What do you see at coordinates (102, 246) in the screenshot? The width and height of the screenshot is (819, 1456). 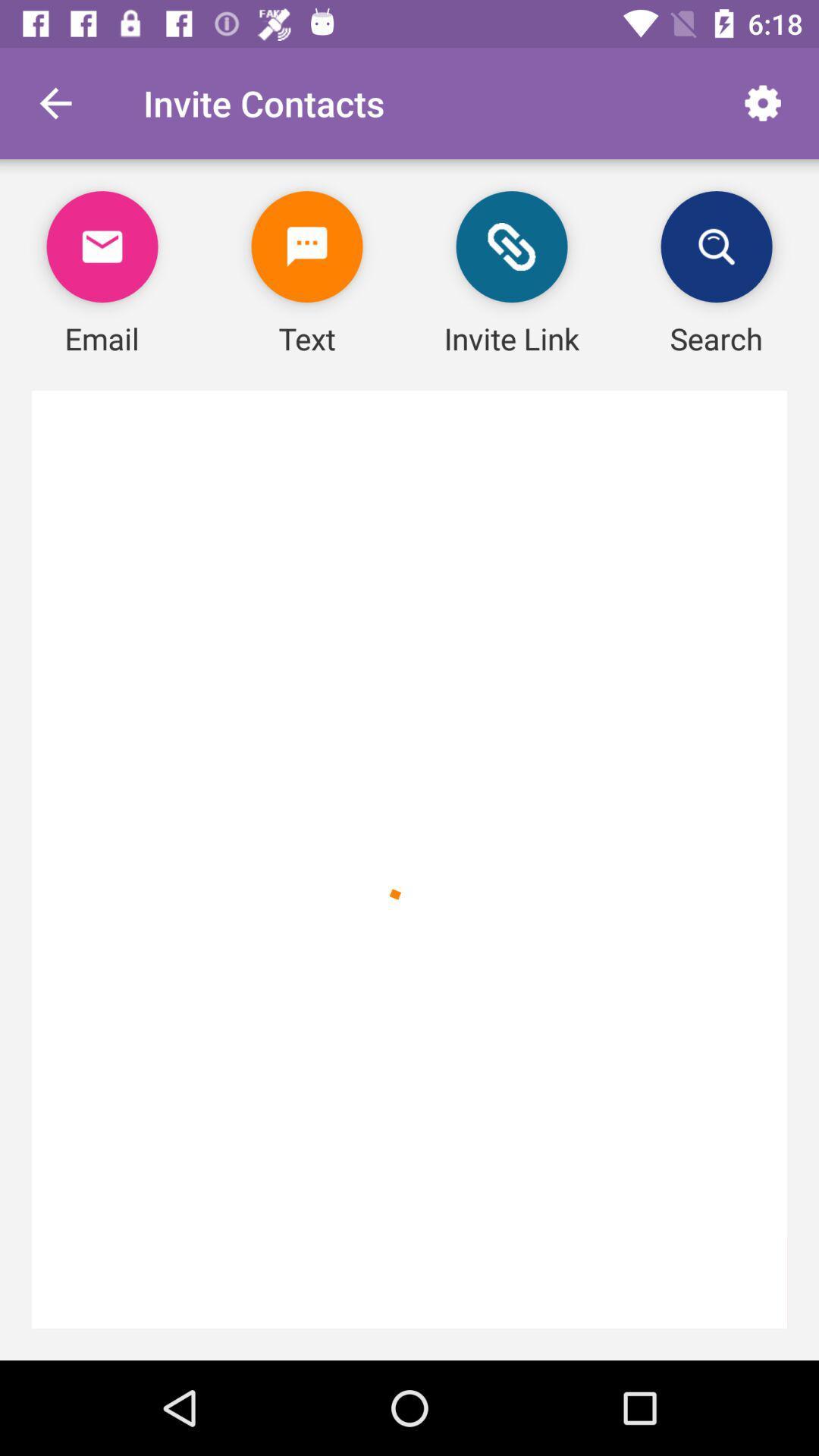 I see `the email icon` at bounding box center [102, 246].